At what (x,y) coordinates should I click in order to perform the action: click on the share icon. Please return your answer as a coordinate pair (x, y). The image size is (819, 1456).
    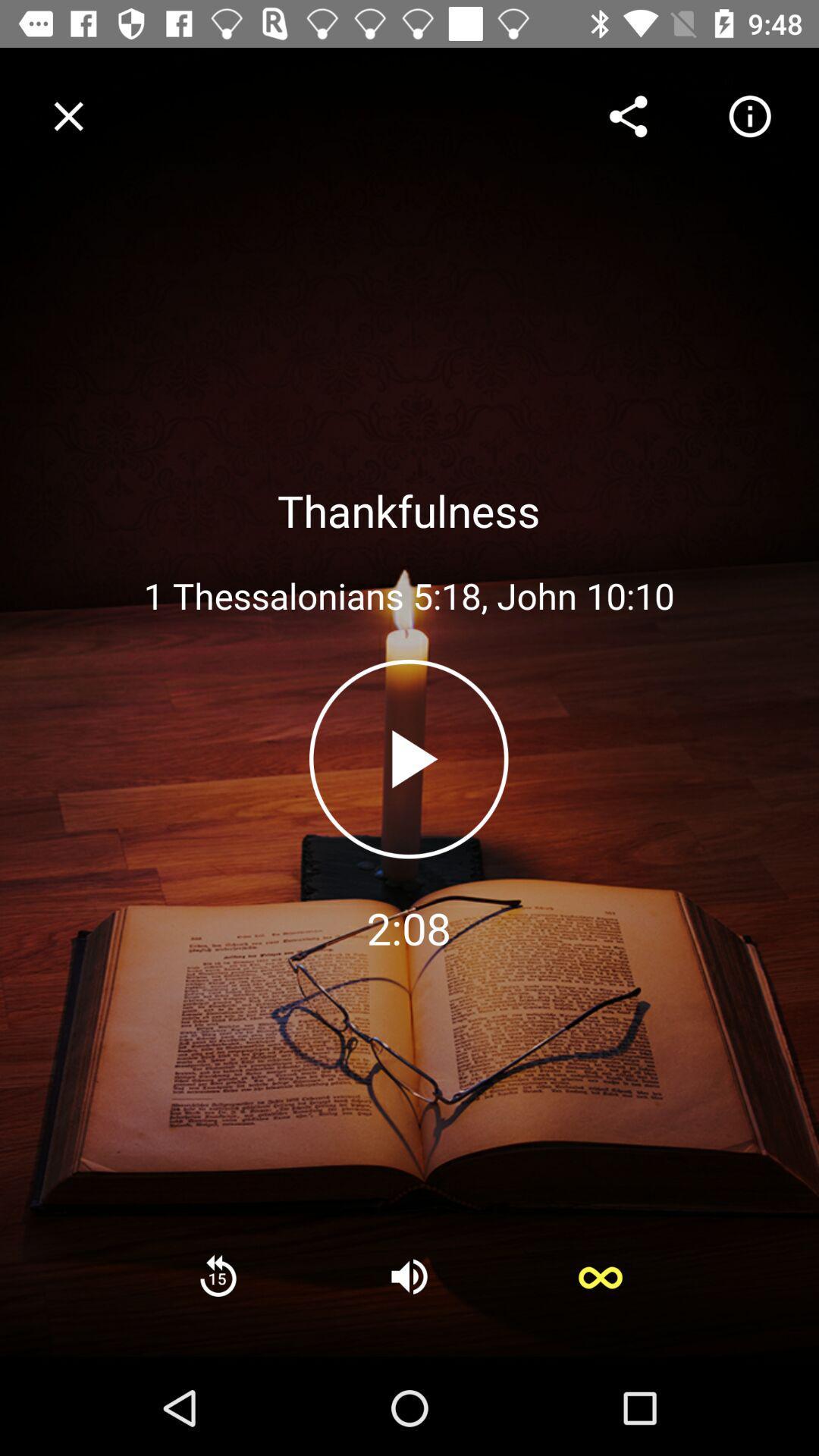
    Looking at the image, I should click on (628, 115).